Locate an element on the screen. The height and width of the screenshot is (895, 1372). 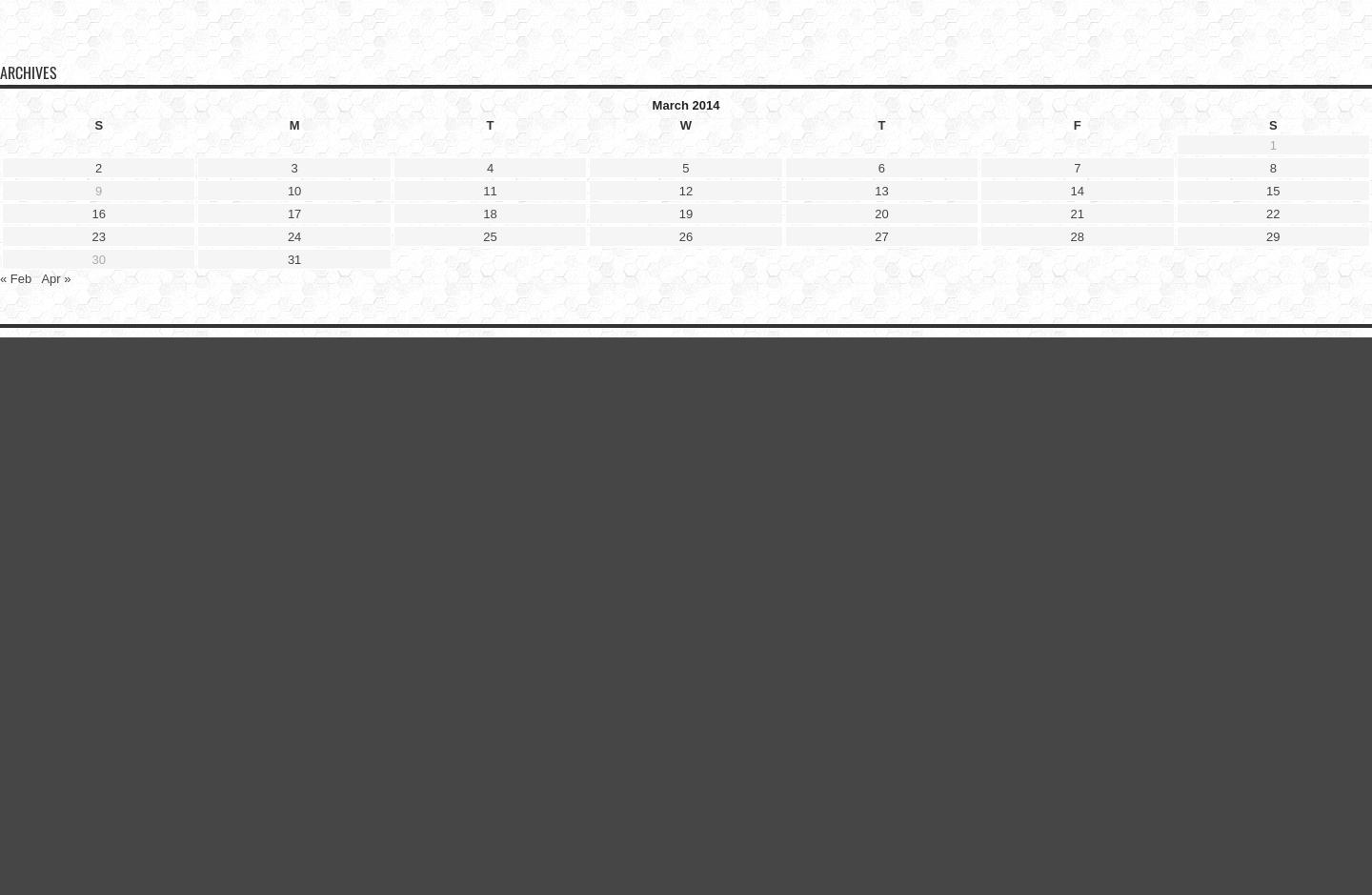
'30' is located at coordinates (97, 257).